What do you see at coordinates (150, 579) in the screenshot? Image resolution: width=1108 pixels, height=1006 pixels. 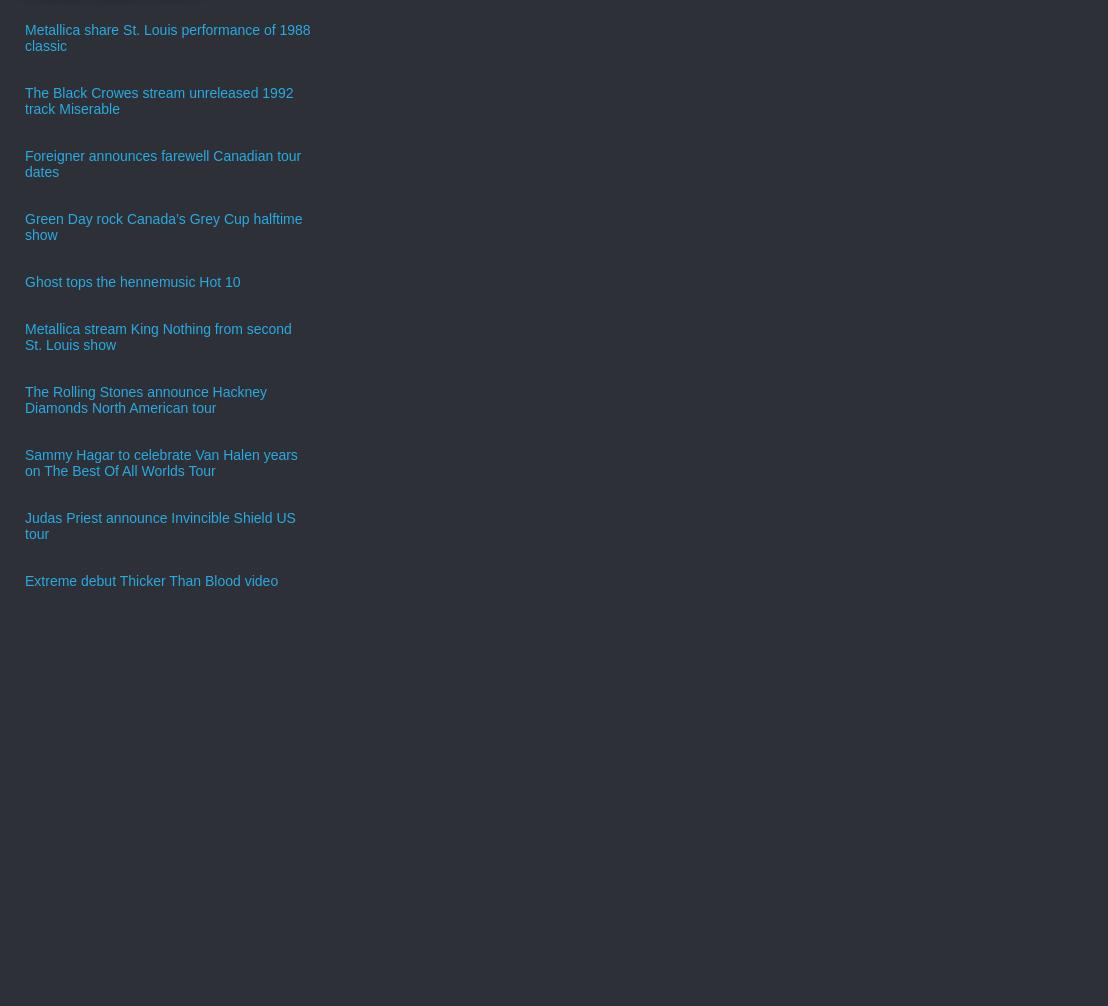 I see `'Extreme debut Thicker Than Blood video'` at bounding box center [150, 579].